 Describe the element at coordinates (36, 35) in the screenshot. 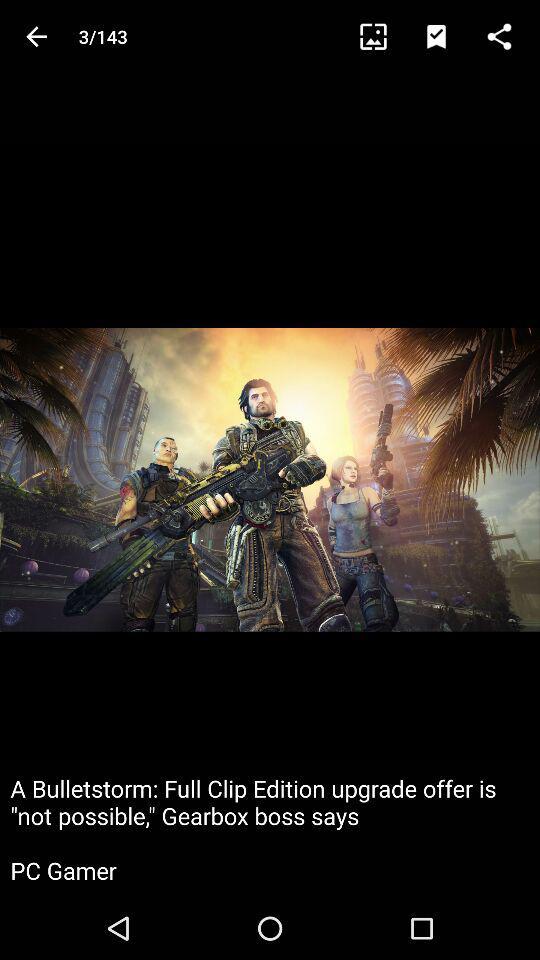

I see `the icon above the a bulletstorm full item` at that location.